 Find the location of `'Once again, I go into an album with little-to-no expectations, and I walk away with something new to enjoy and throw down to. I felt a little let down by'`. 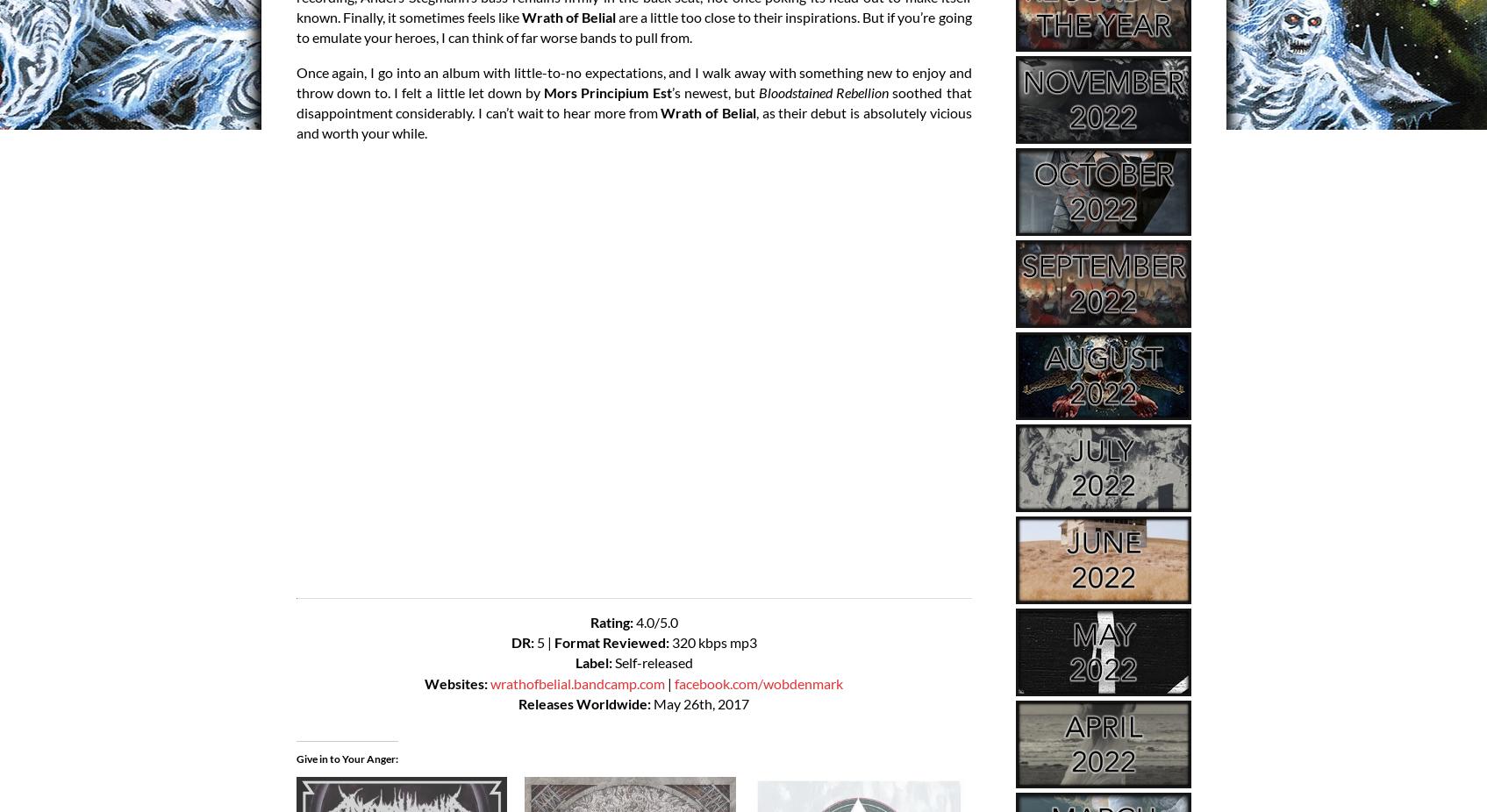

'Once again, I go into an album with little-to-no expectations, and I walk away with something new to enjoy and throw down to. I felt a little let down by' is located at coordinates (294, 81).